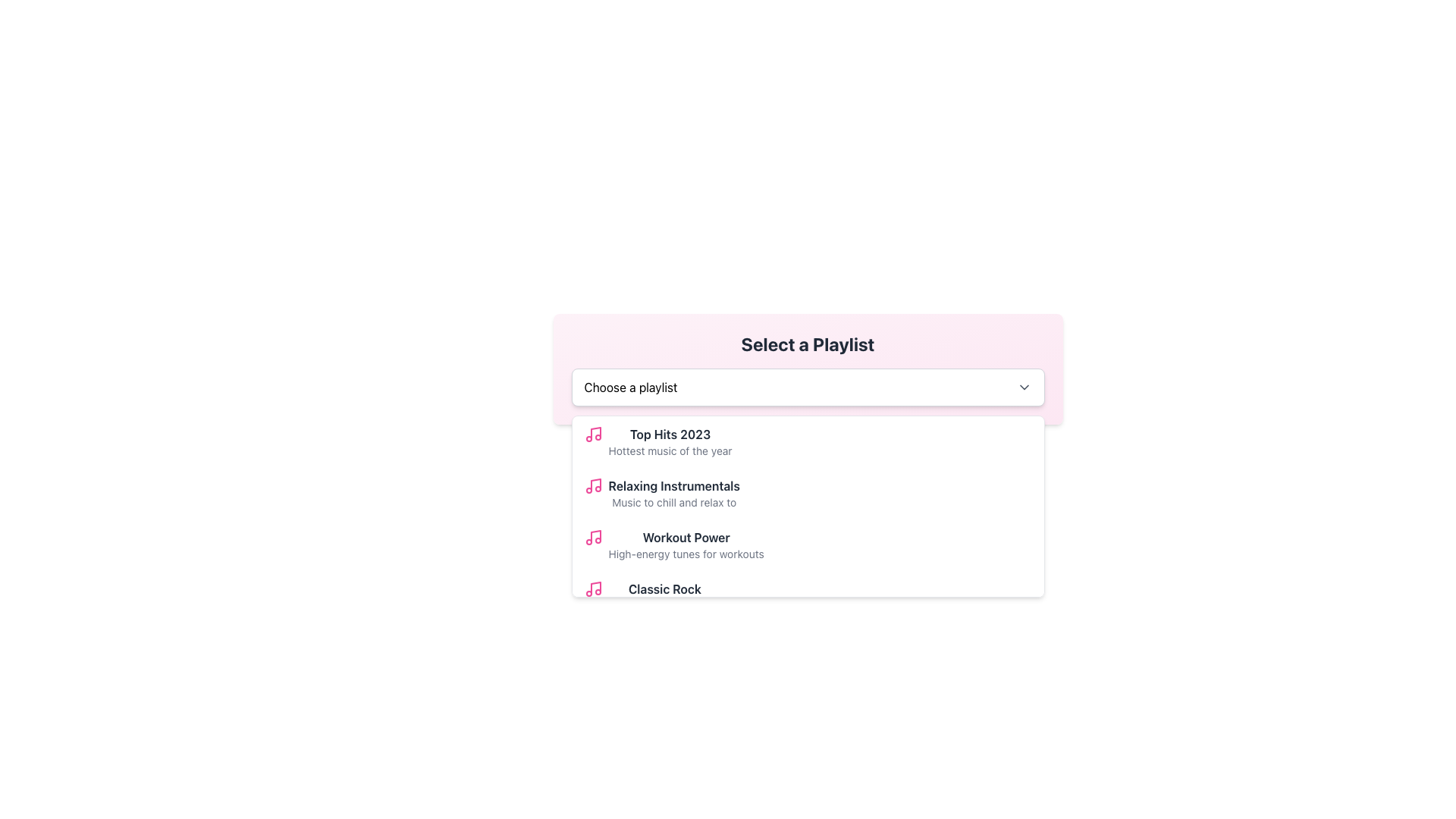 This screenshot has width=1456, height=819. What do you see at coordinates (673, 503) in the screenshot?
I see `the text label that provides a brief description or subtitle for the 'Relaxing Instrumentals' playlist` at bounding box center [673, 503].